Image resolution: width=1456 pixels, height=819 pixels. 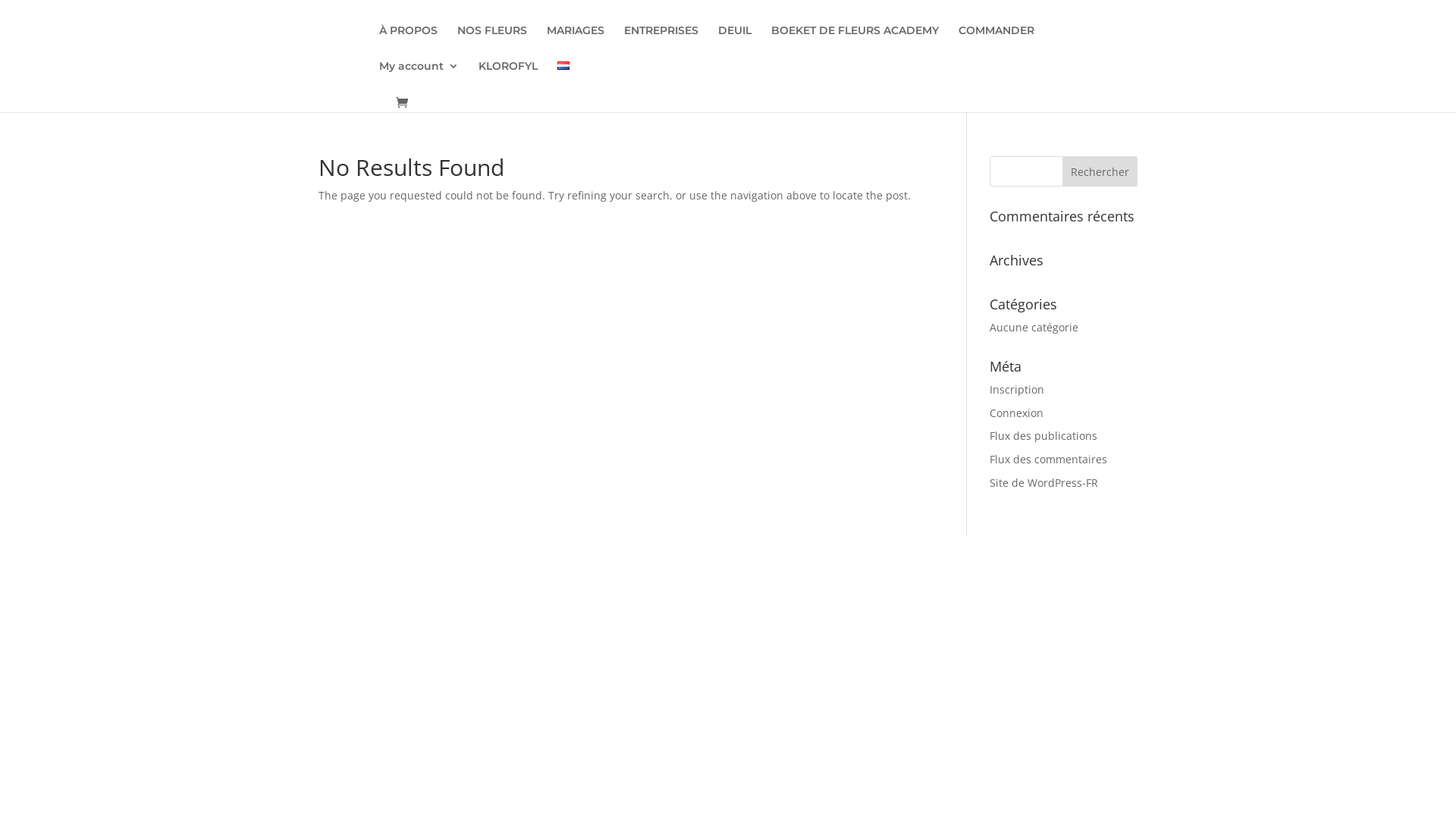 What do you see at coordinates (419, 78) in the screenshot?
I see `'My account'` at bounding box center [419, 78].